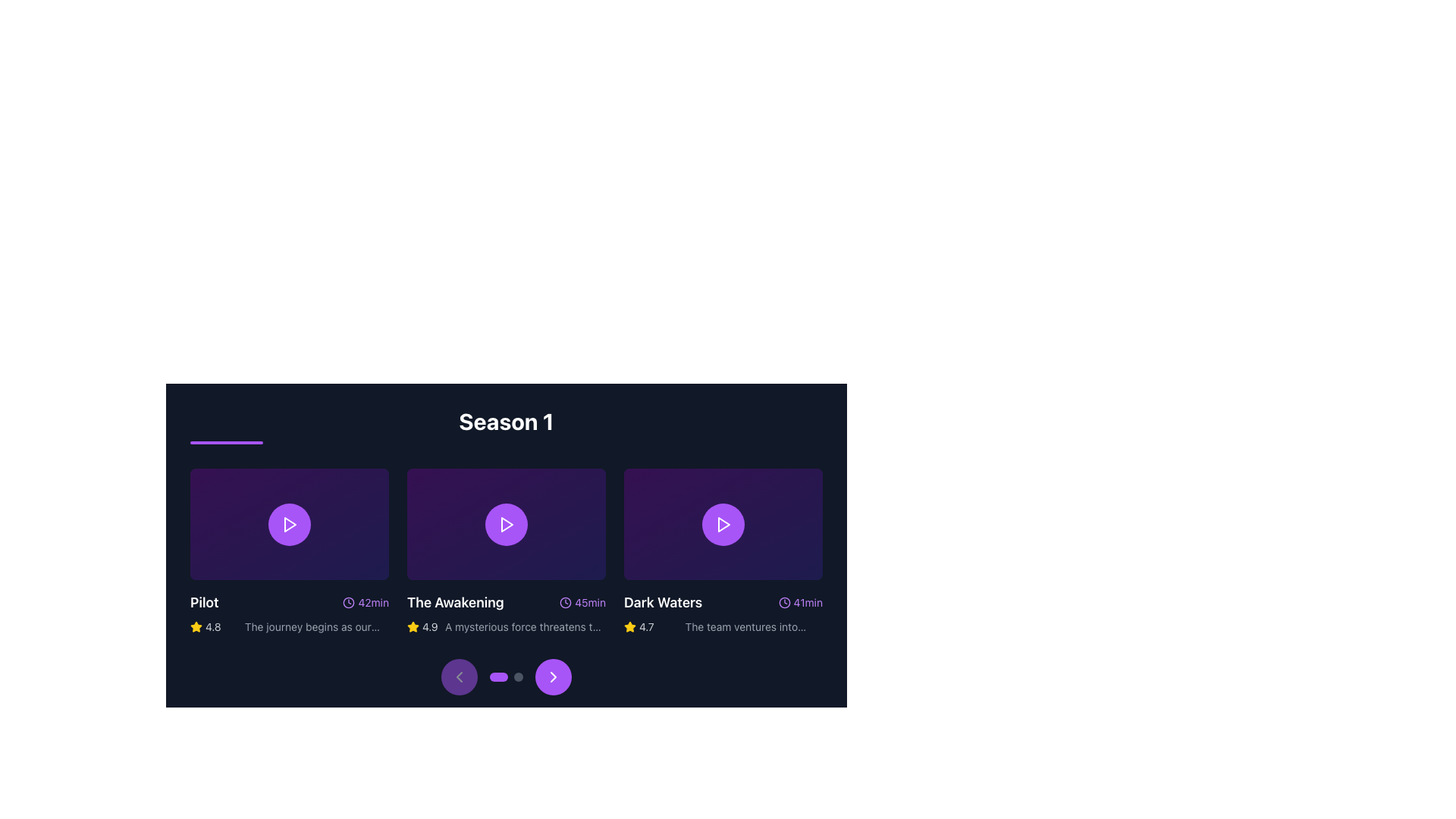  Describe the element at coordinates (348, 602) in the screenshot. I see `the purple clock icon located to the left of the text '42min' in the 'Pilot' section, which indicates time duration` at that location.